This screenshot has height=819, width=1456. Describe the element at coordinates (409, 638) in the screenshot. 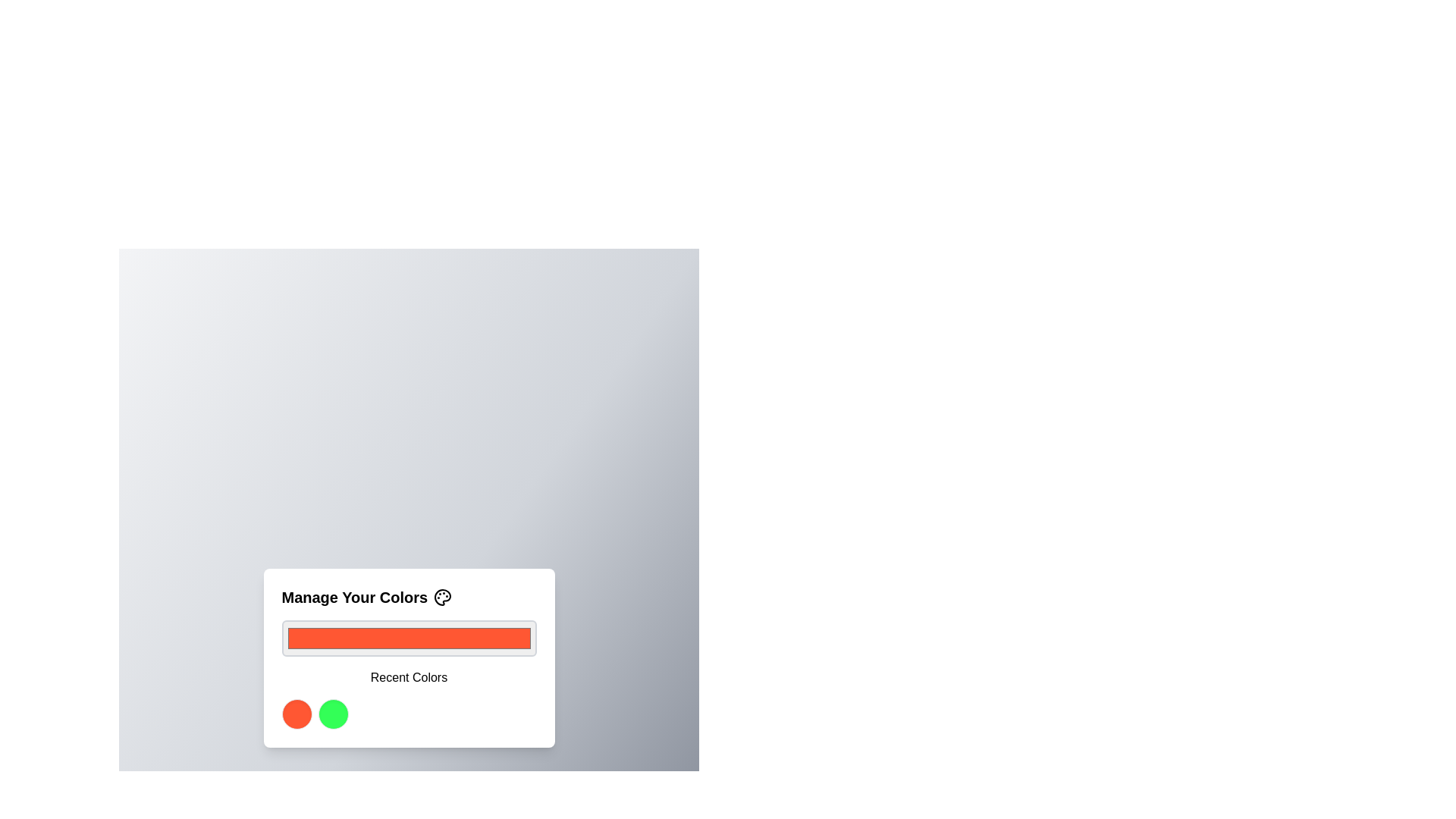

I see `the color input field located below the title 'Manage Your Colors' to select a color` at that location.